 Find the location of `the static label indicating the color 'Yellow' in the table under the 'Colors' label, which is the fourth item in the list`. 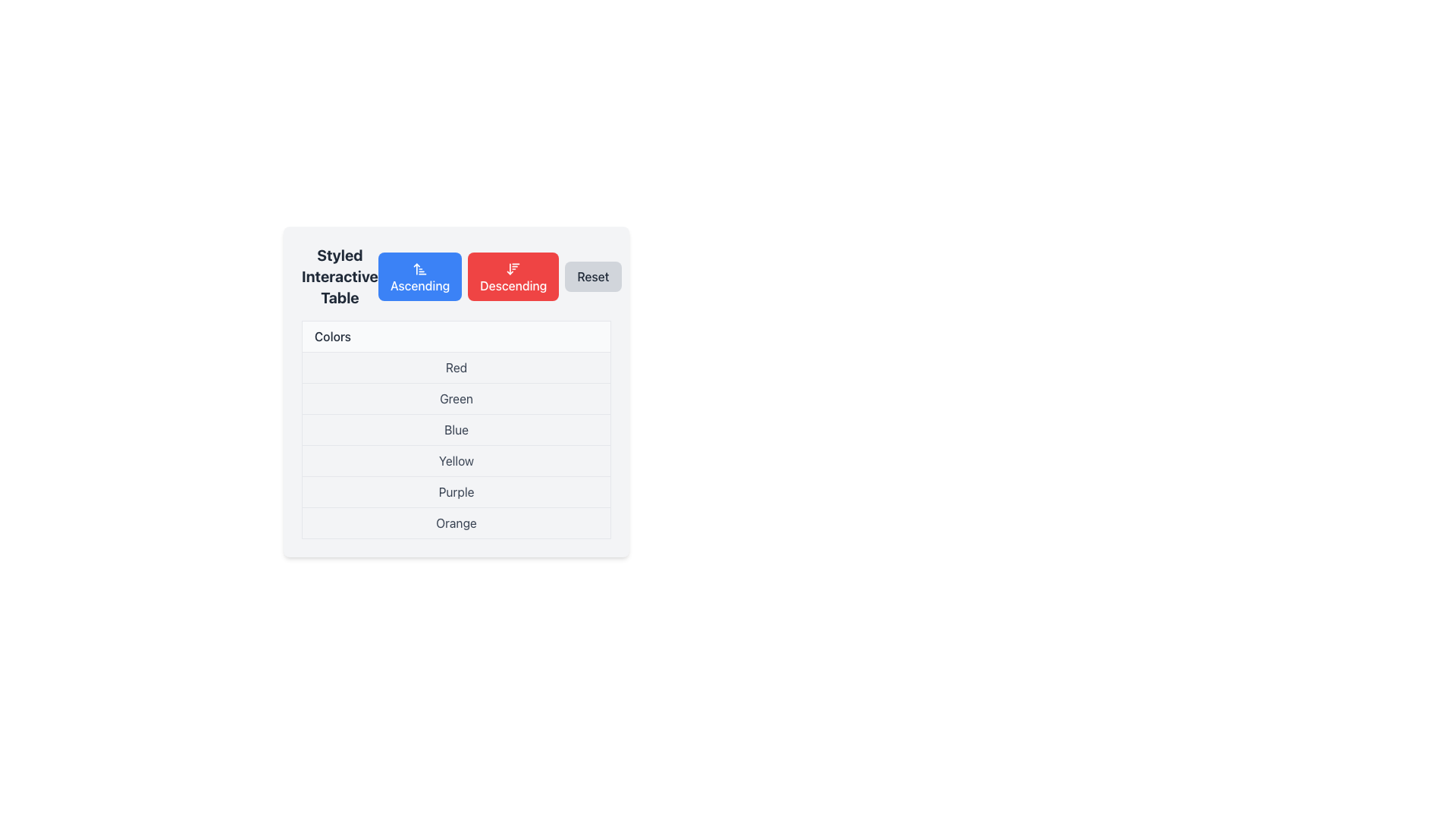

the static label indicating the color 'Yellow' in the table under the 'Colors' label, which is the fourth item in the list is located at coordinates (455, 460).